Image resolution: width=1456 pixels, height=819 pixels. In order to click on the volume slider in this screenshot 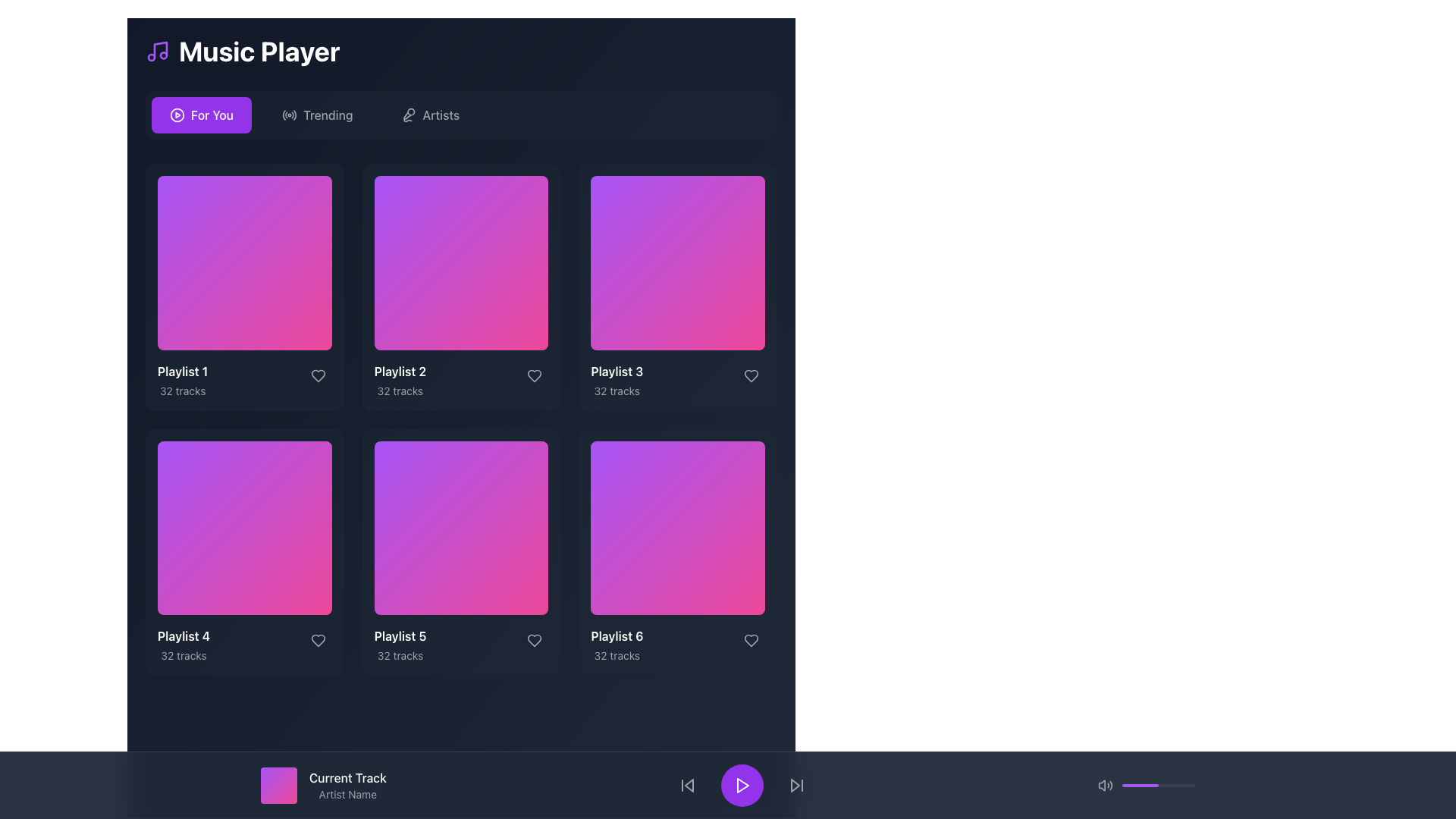, I will do `click(1156, 785)`.